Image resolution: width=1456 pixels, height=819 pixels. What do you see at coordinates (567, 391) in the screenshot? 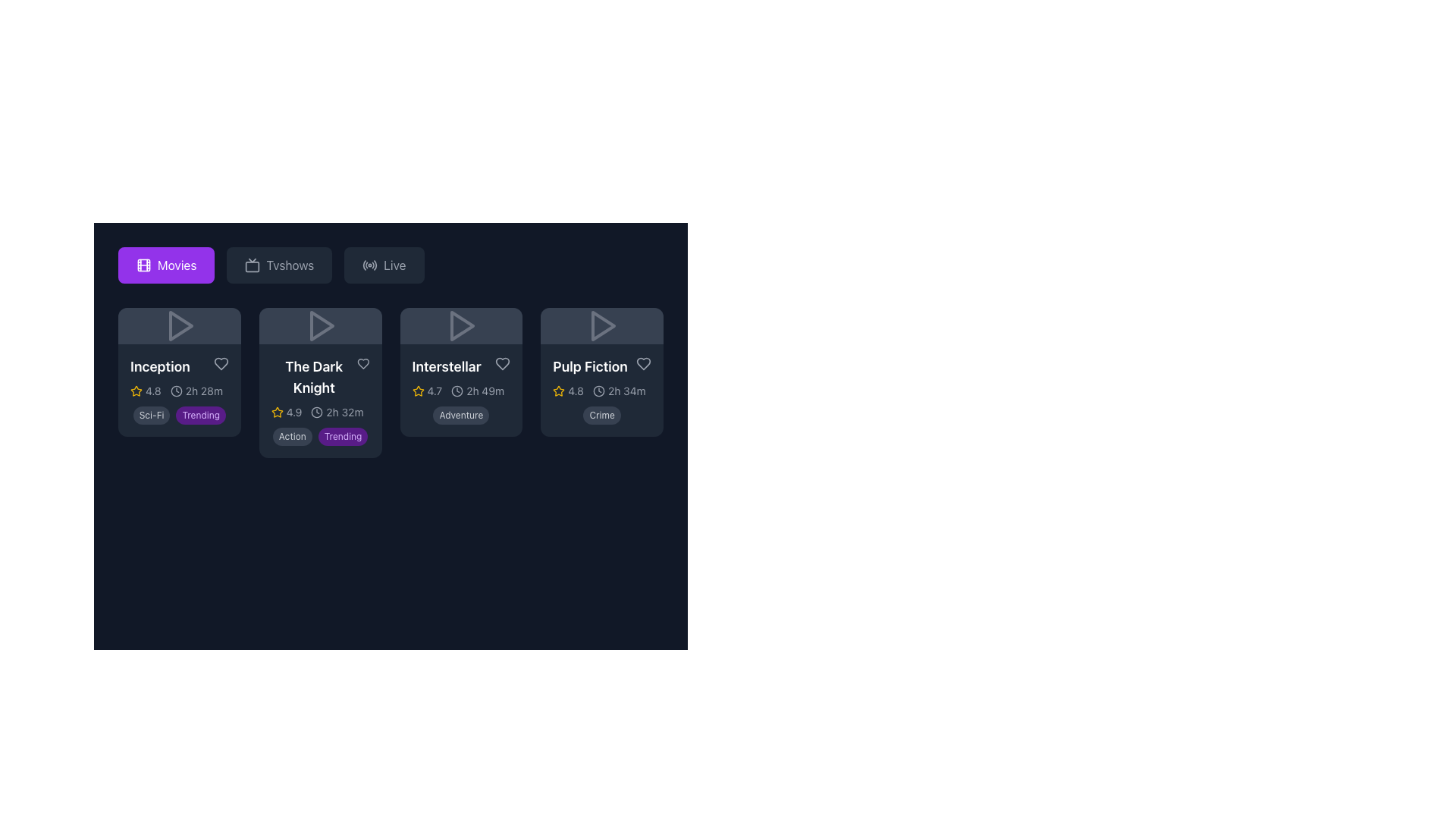
I see `rating score displayed for the movie 'Pulp Fiction', located in the bottom left corner of the movie card, just above the 'Crime' tag and to the right of the star icon` at bounding box center [567, 391].